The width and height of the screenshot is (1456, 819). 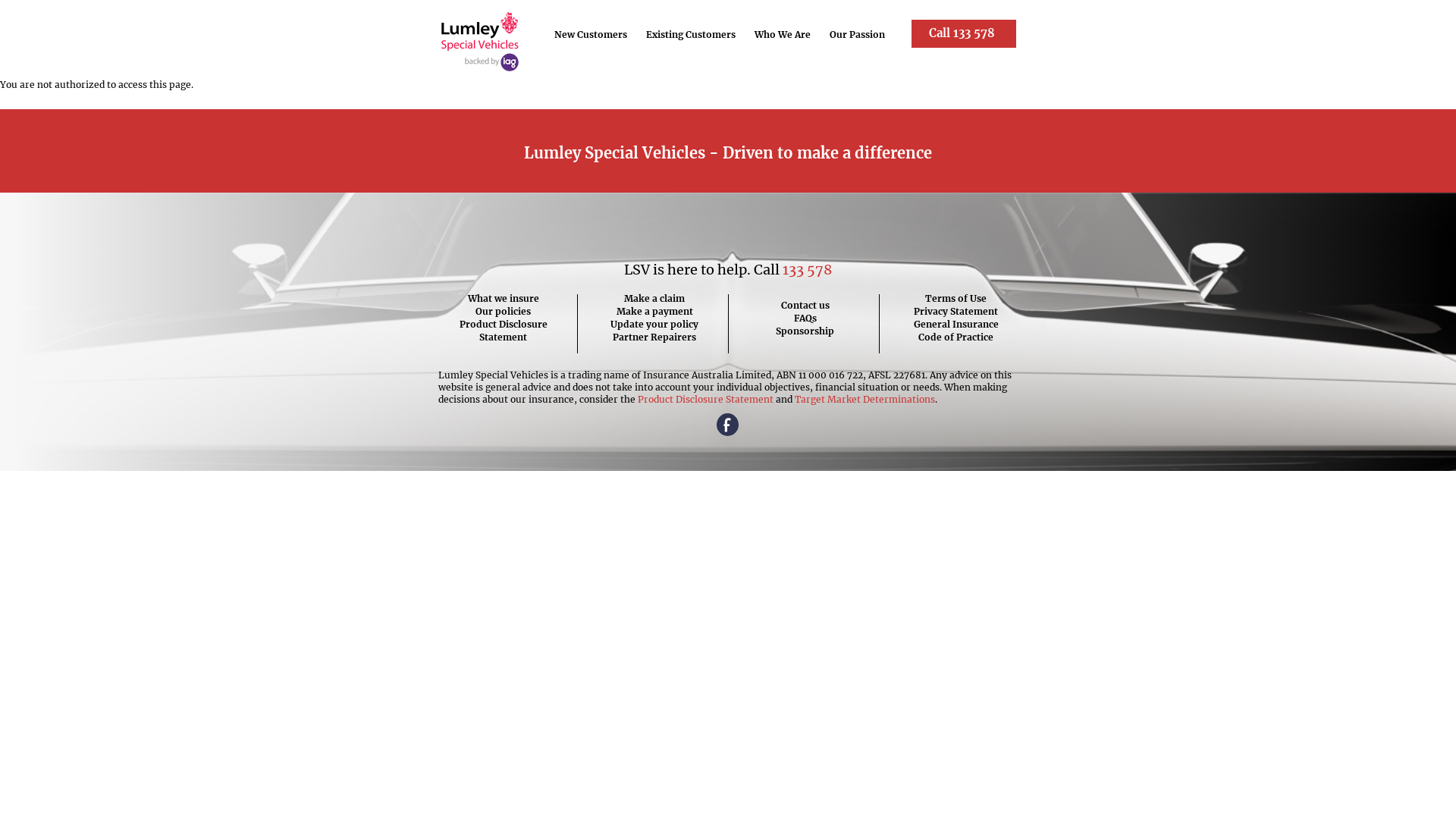 I want to click on 'Update your policy', so click(x=610, y=323).